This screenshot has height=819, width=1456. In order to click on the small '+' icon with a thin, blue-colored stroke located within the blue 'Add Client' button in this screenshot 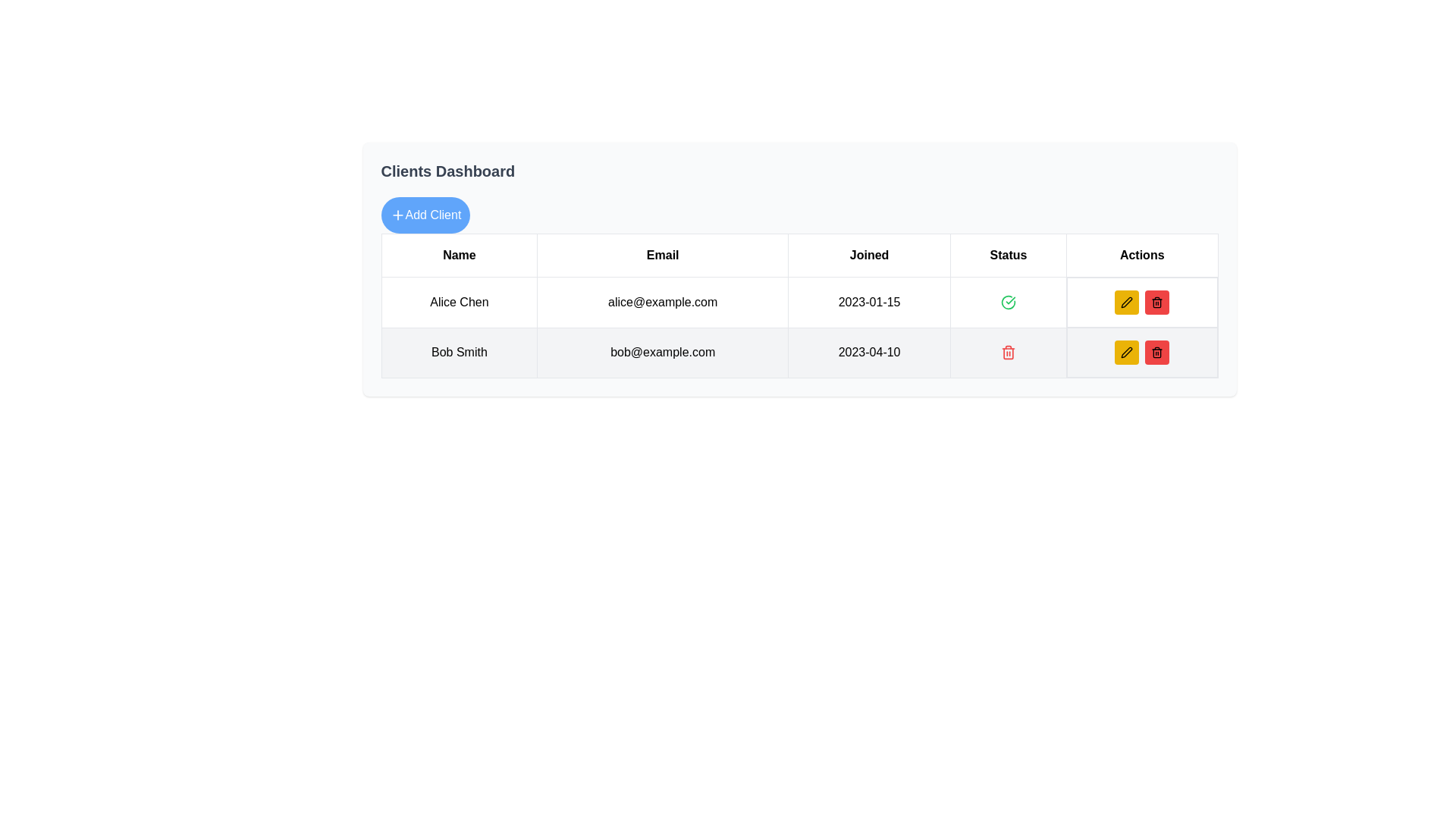, I will do `click(397, 215)`.